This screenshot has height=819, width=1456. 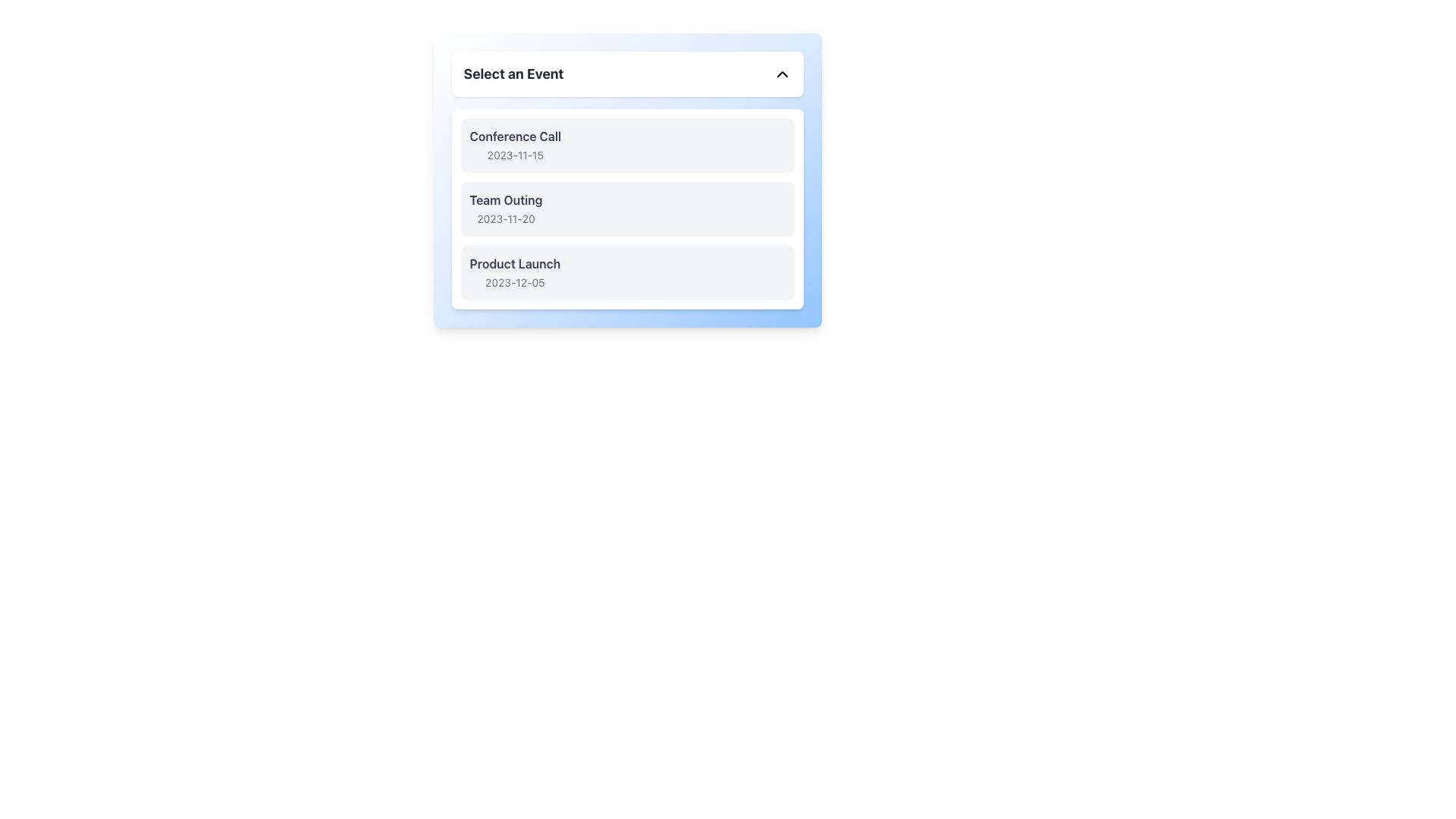 I want to click on to select the 'Product Launch' event from the third option in the vertical list of selectable cards, so click(x=515, y=271).